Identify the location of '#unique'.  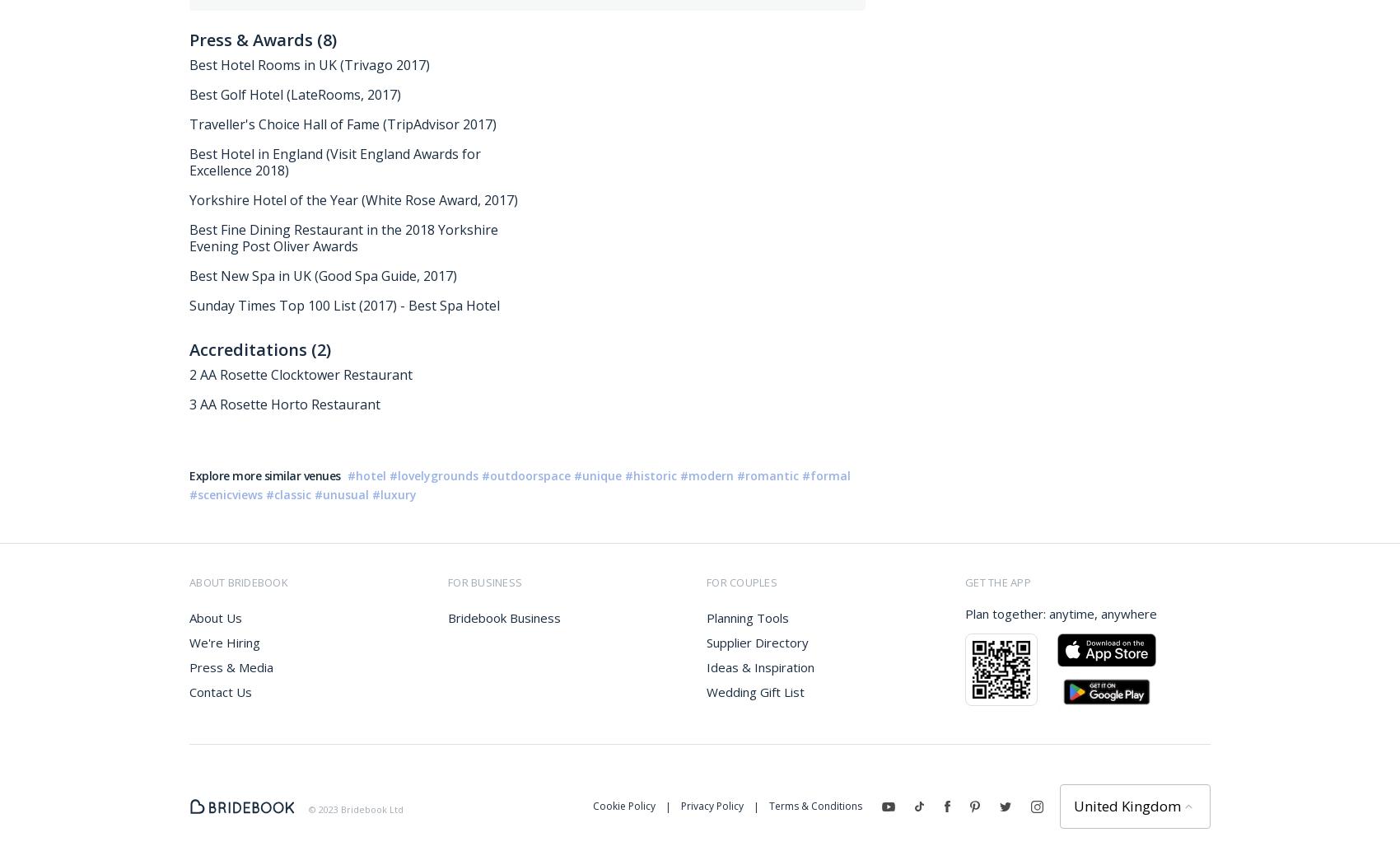
(597, 475).